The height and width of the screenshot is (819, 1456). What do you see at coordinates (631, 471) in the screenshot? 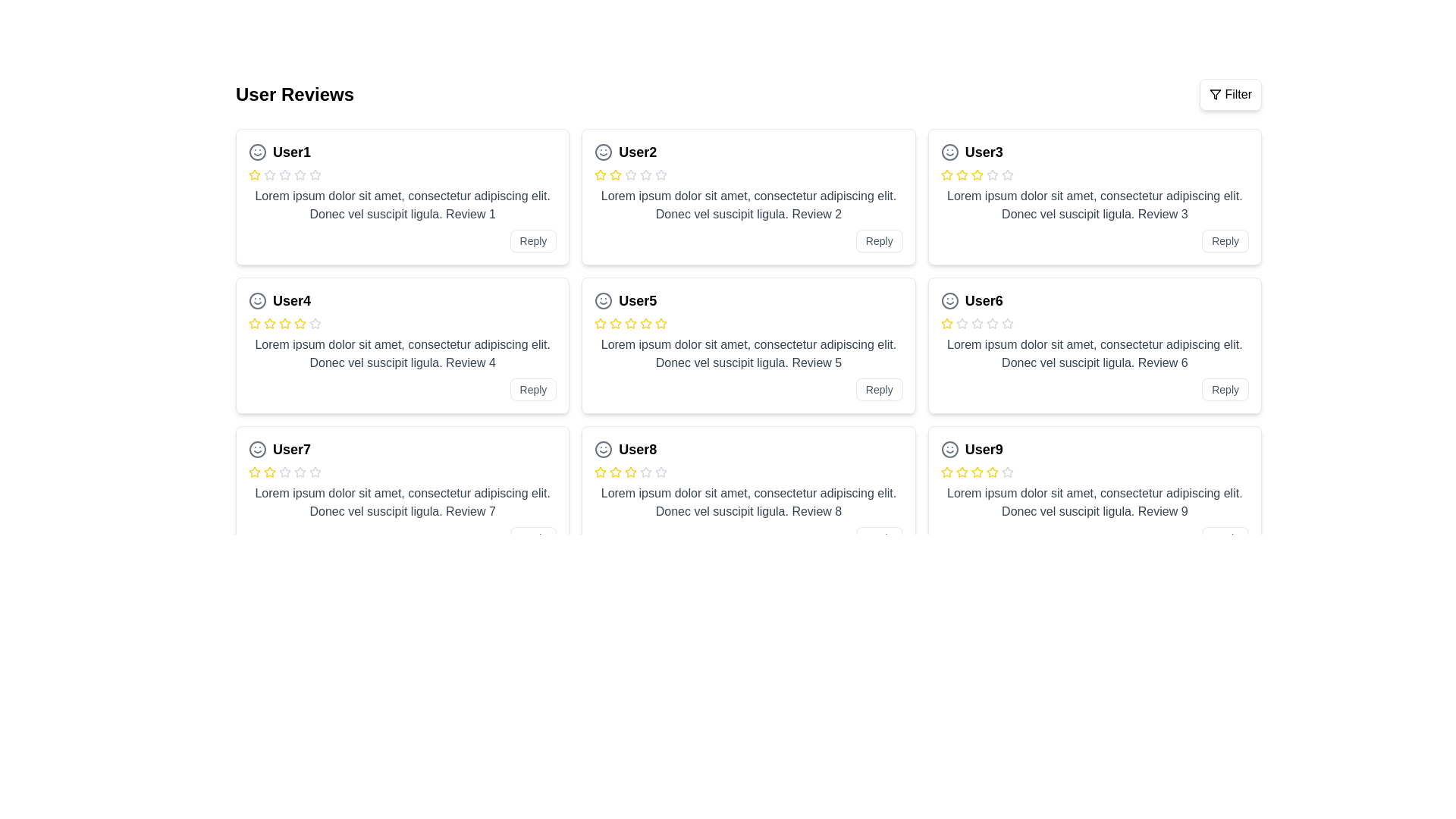
I see `the third star glyph in the rating system for 'User8'` at bounding box center [631, 471].